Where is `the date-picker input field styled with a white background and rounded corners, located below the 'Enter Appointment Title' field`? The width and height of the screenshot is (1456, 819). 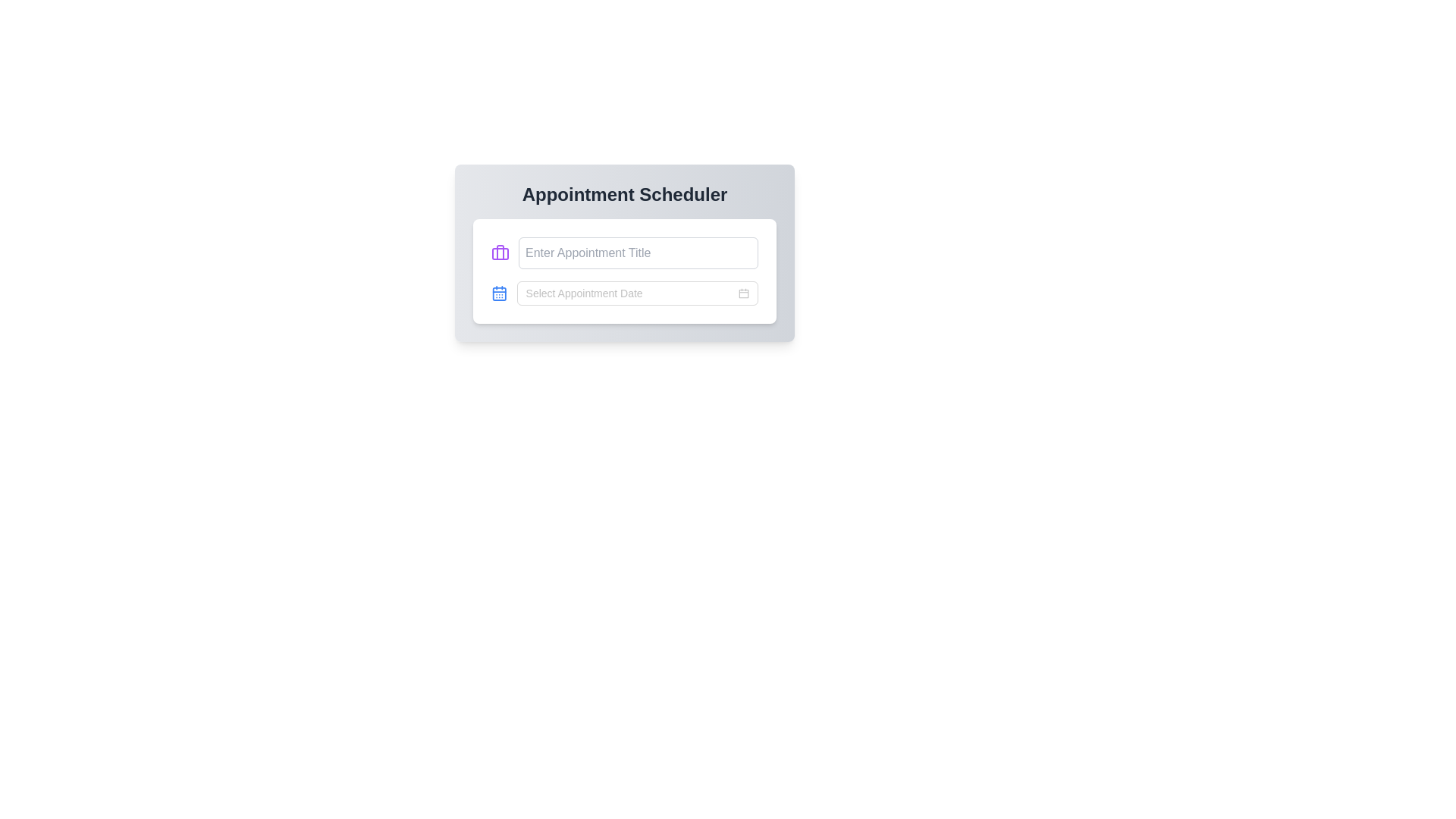
the date-picker input field styled with a white background and rounded corners, located below the 'Enter Appointment Title' field is located at coordinates (637, 293).